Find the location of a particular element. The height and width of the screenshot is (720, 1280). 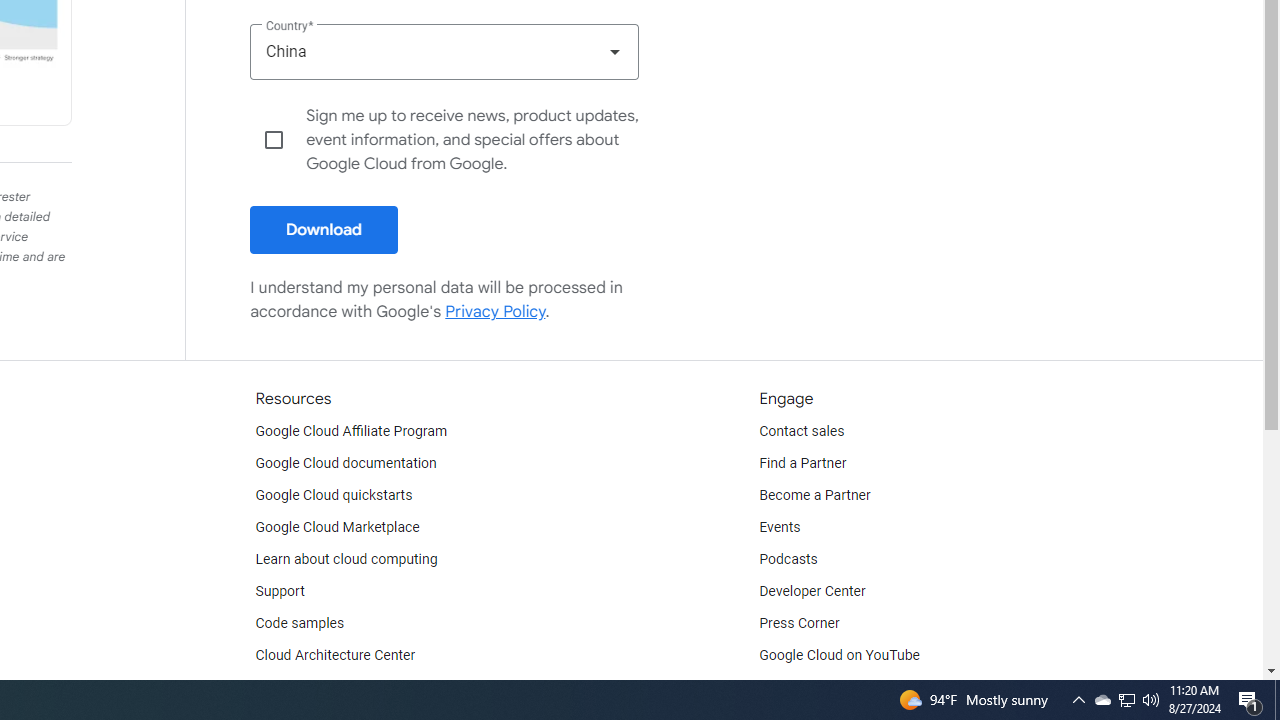

'Events' is located at coordinates (779, 527).